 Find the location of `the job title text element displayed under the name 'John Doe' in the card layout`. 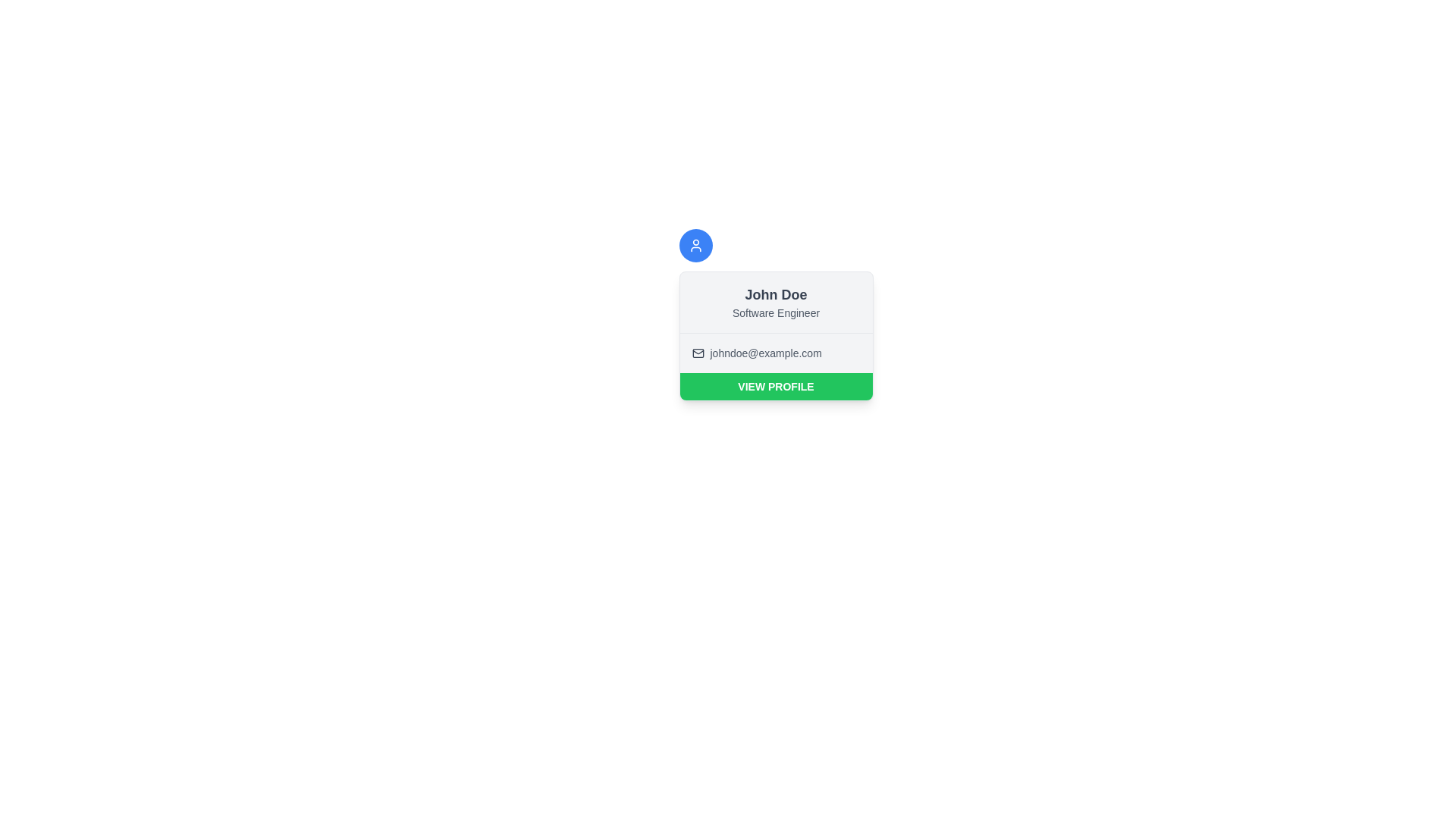

the job title text element displayed under the name 'John Doe' in the card layout is located at coordinates (776, 312).